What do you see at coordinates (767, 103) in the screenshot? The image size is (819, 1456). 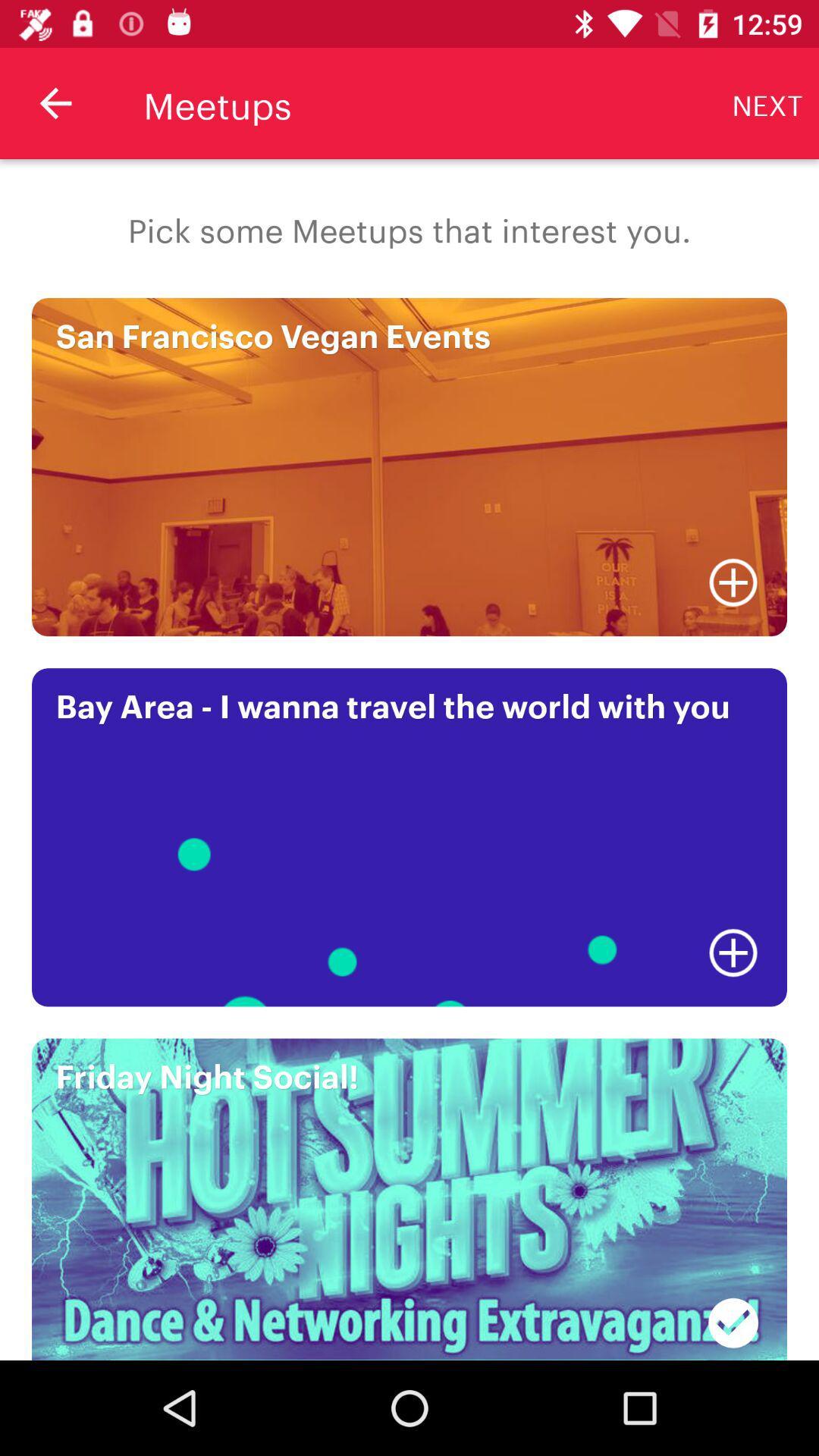 I see `next` at bounding box center [767, 103].